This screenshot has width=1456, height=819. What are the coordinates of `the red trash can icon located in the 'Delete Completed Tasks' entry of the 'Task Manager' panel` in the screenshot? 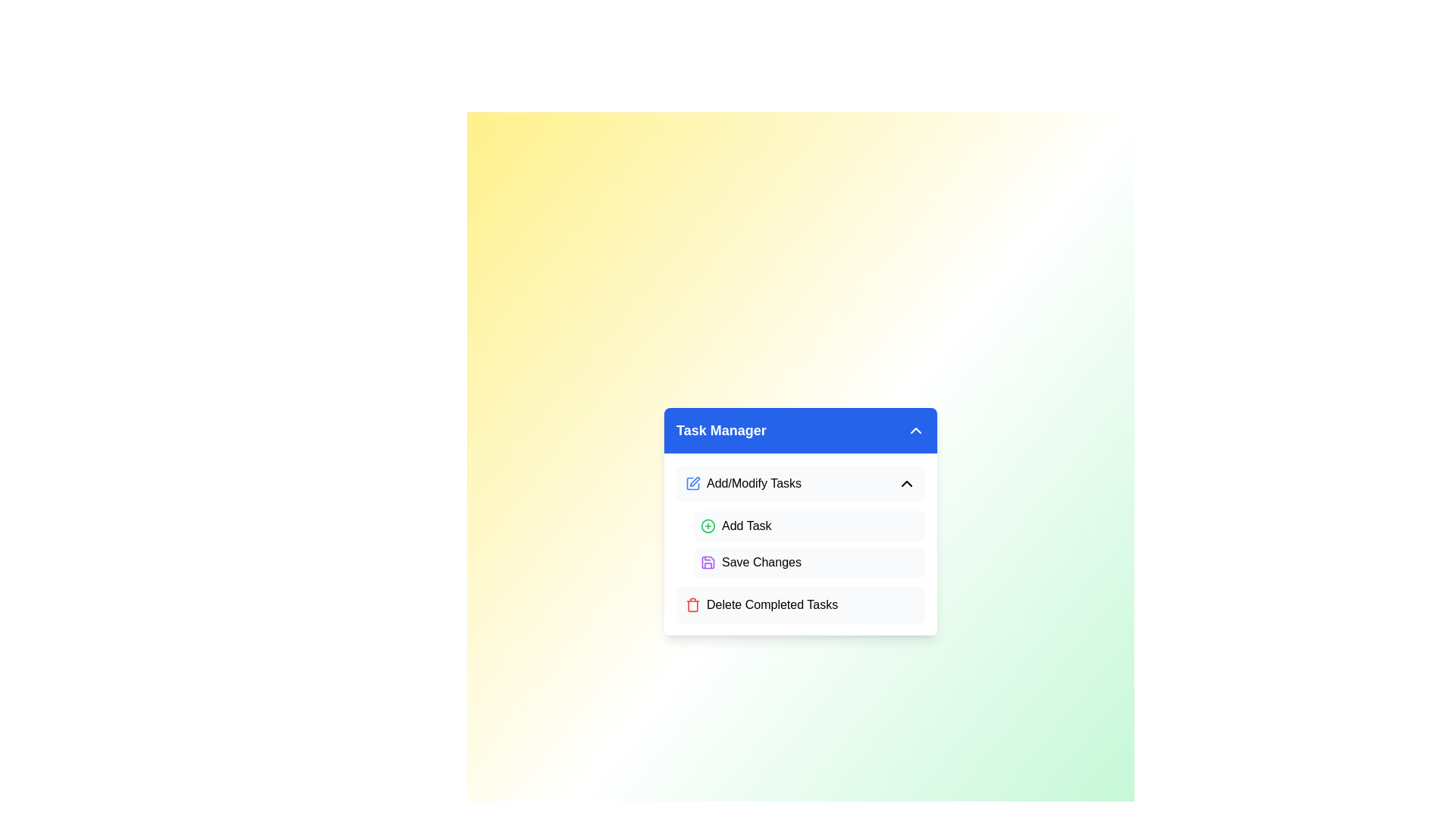 It's located at (692, 604).